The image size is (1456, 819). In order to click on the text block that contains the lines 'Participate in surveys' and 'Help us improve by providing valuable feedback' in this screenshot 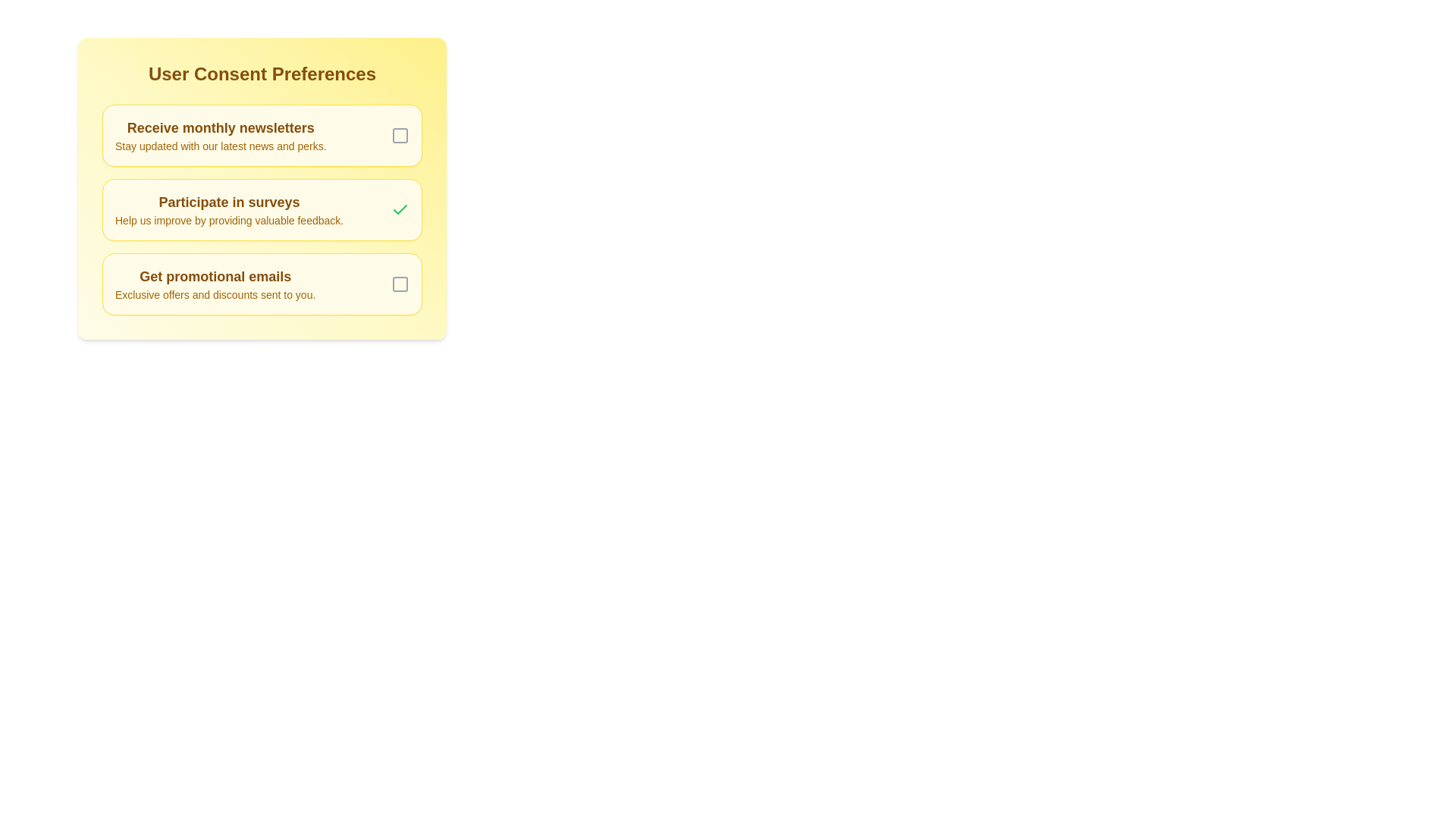, I will do `click(228, 210)`.